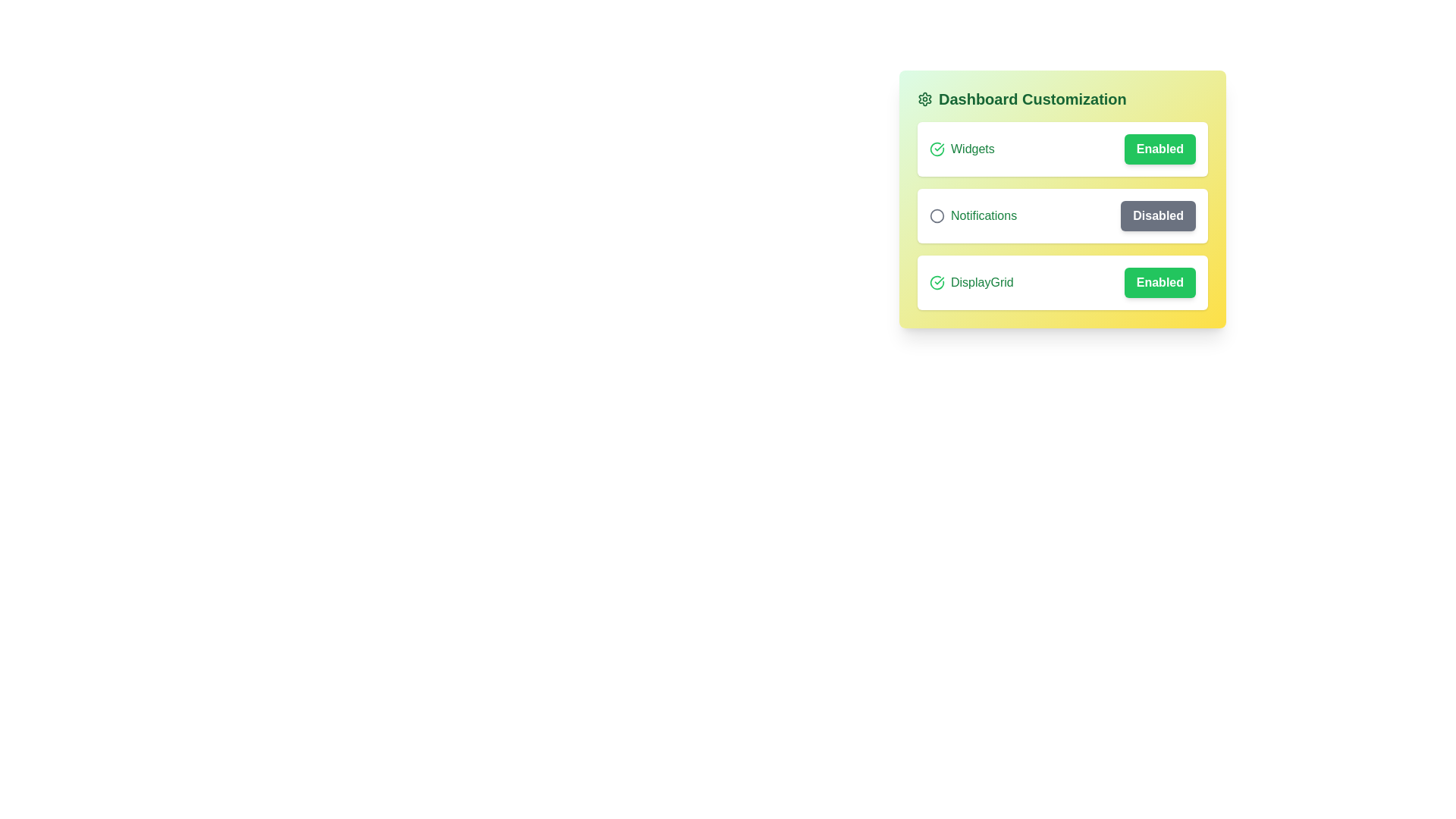 The image size is (1456, 819). Describe the element at coordinates (1159, 149) in the screenshot. I see `the 'Enabled' or 'Disabled' button for the 'Widgets' setting to toggle its state` at that location.